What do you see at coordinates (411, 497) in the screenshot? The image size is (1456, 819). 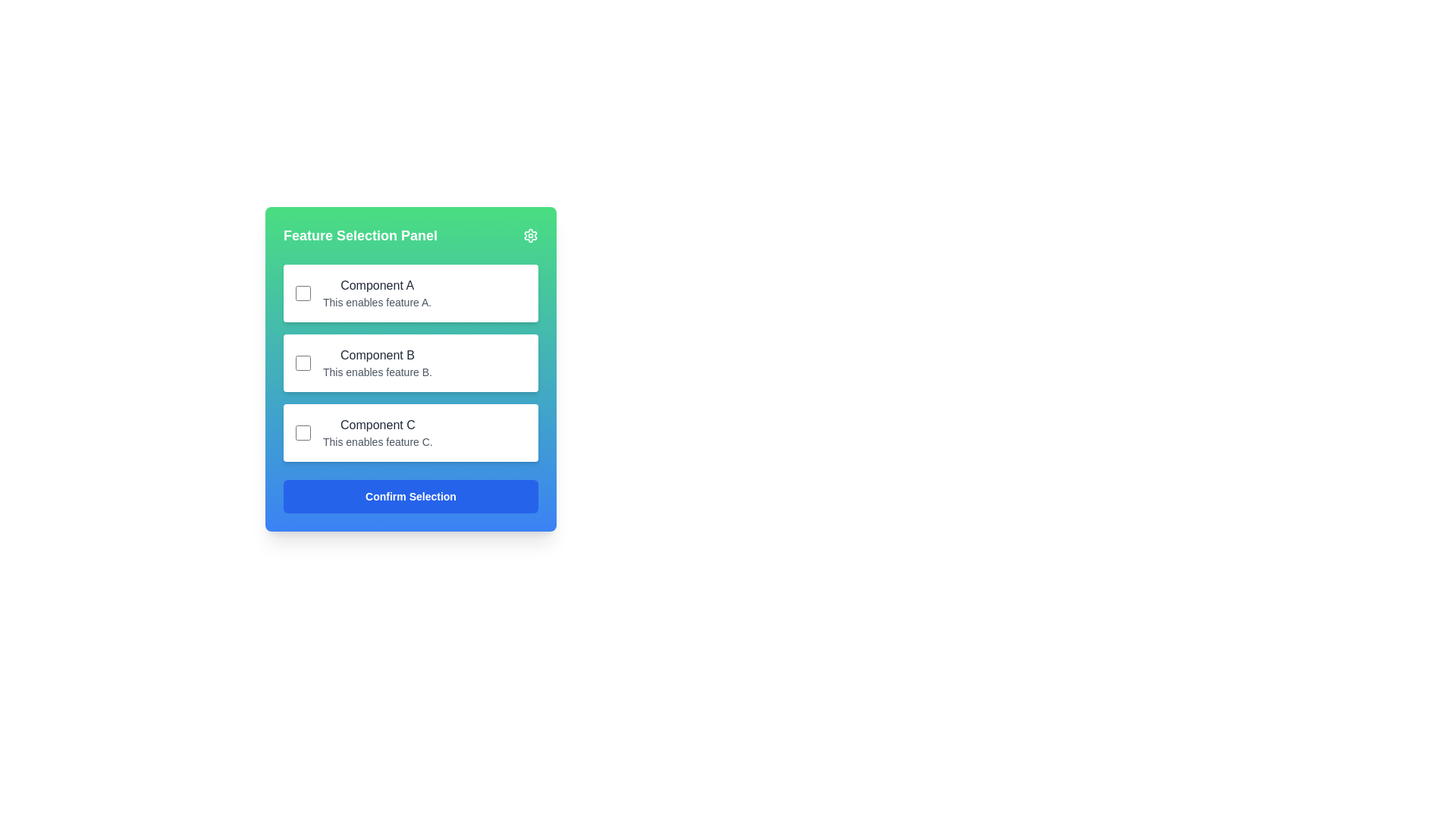 I see `the confirmation button located at the bottom of the 'Feature Selection Panel' to enable keyboard interaction` at bounding box center [411, 497].